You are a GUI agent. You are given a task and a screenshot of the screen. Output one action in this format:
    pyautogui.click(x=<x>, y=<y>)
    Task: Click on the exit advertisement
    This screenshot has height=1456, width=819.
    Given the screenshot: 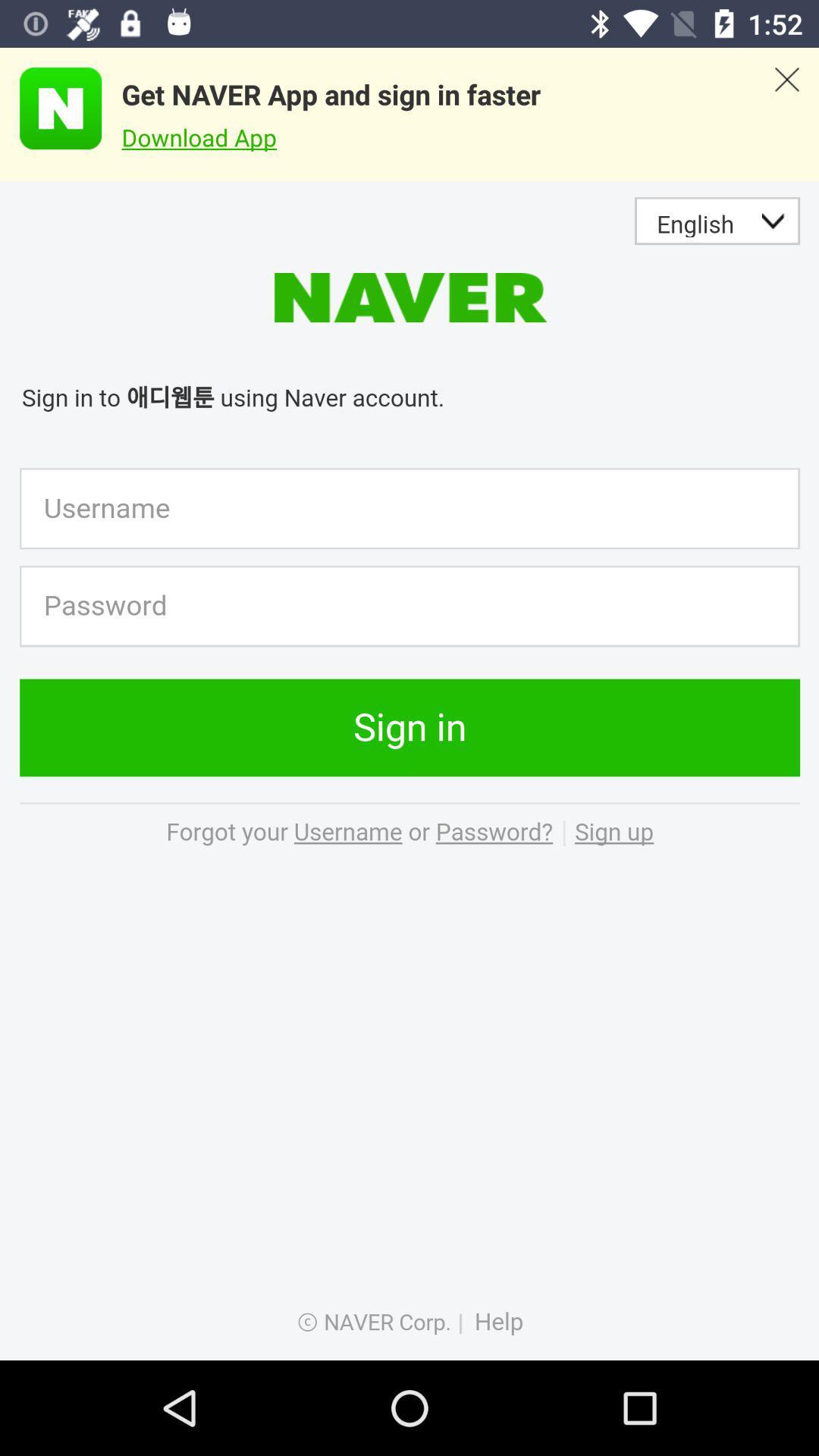 What is the action you would take?
    pyautogui.click(x=786, y=114)
    